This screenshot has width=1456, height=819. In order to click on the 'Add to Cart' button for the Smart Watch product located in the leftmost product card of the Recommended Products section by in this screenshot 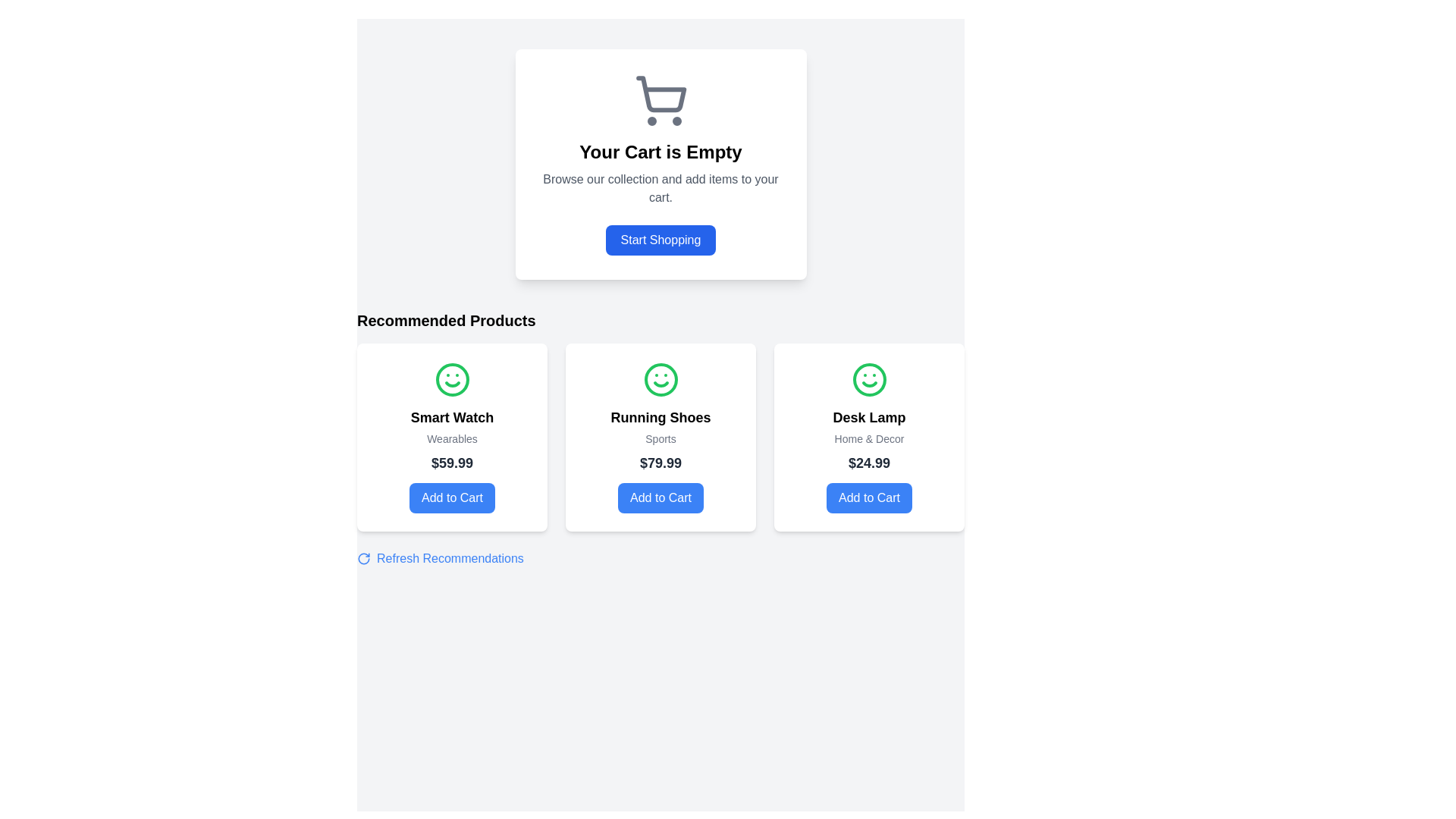, I will do `click(451, 497)`.